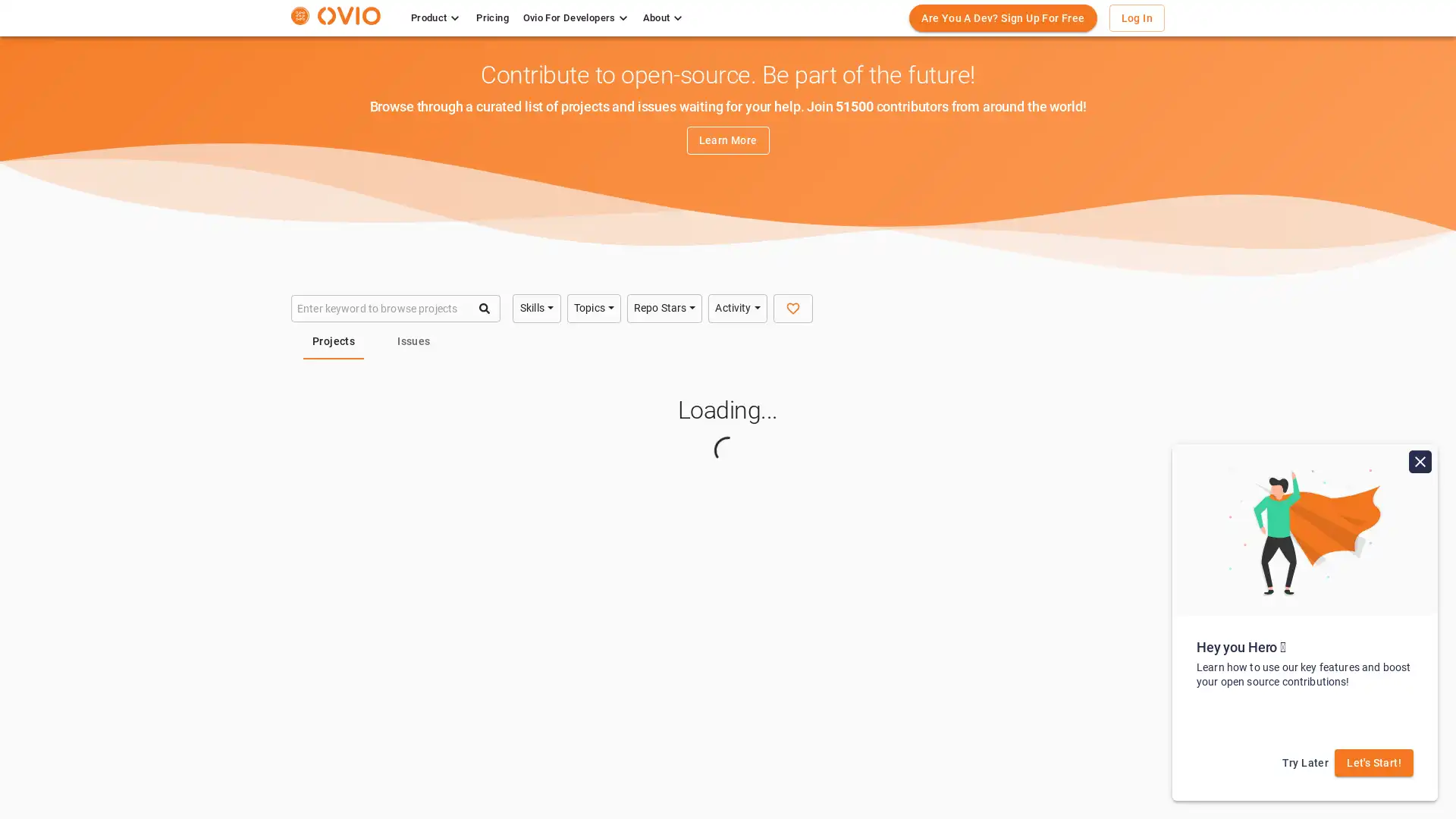 This screenshot has width=1456, height=819. I want to click on Ovio For Developers, so click(575, 17).